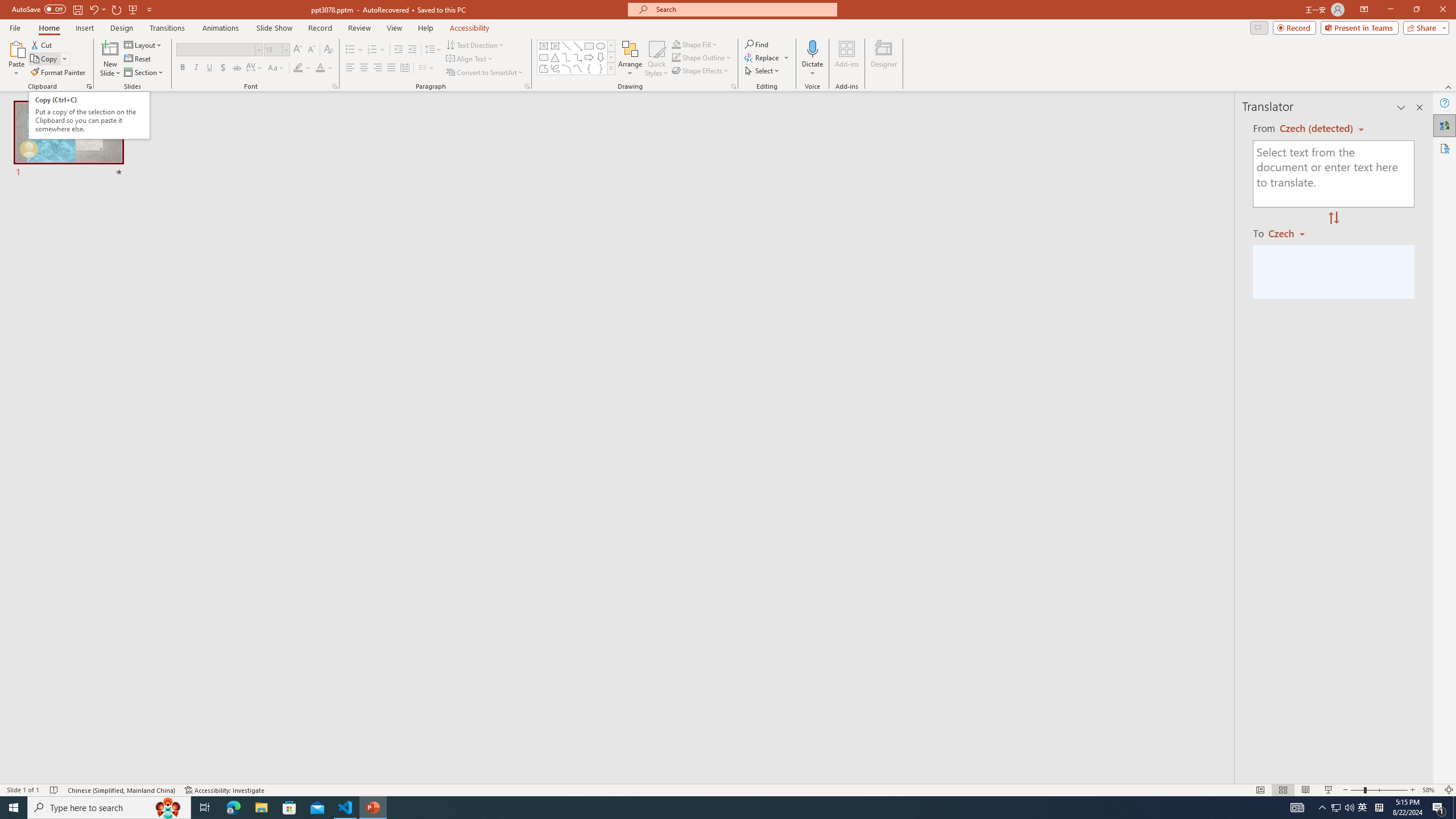  What do you see at coordinates (167, 28) in the screenshot?
I see `'Transitions'` at bounding box center [167, 28].